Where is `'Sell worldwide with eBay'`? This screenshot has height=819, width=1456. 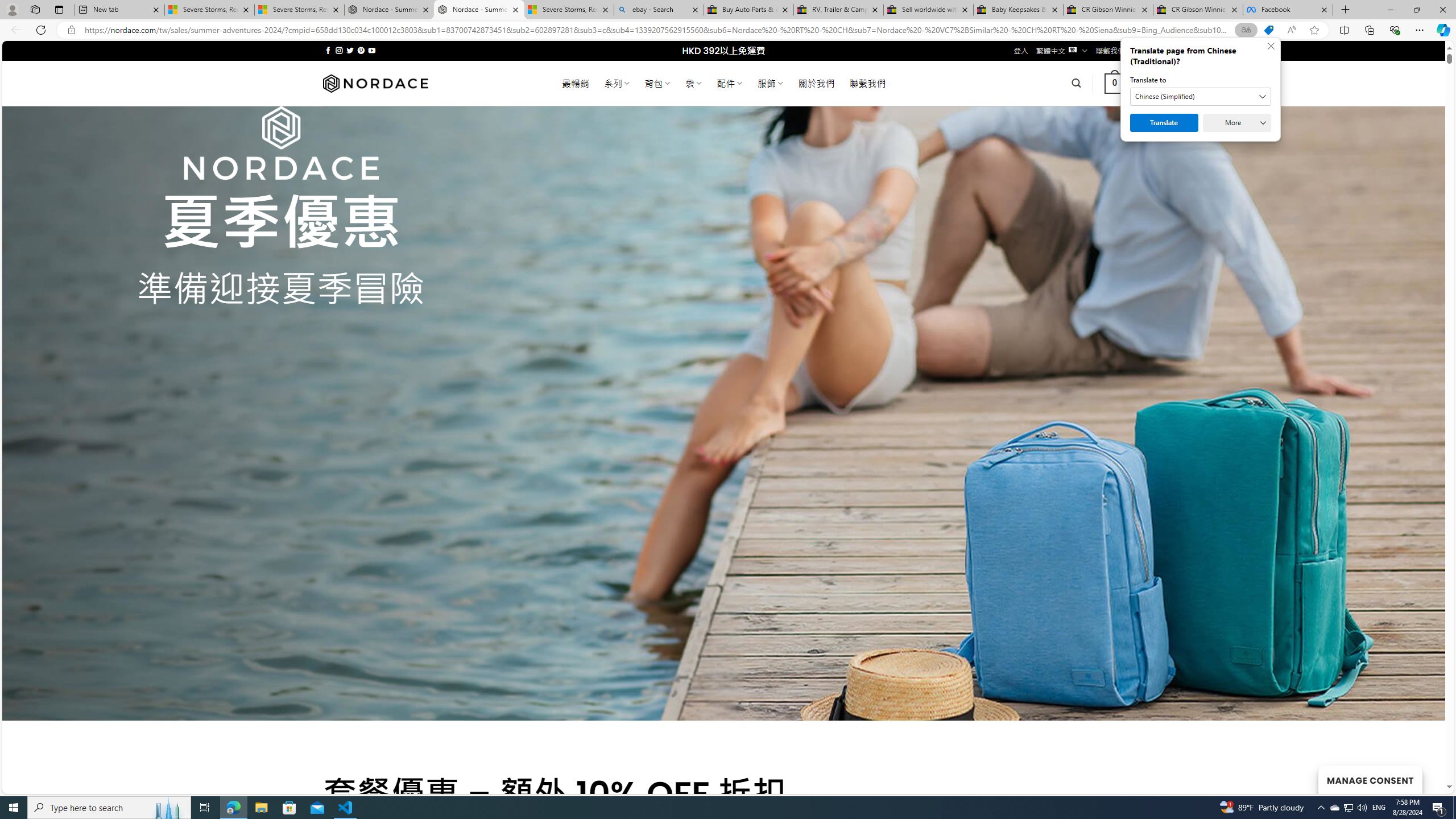 'Sell worldwide with eBay' is located at coordinates (928, 9).